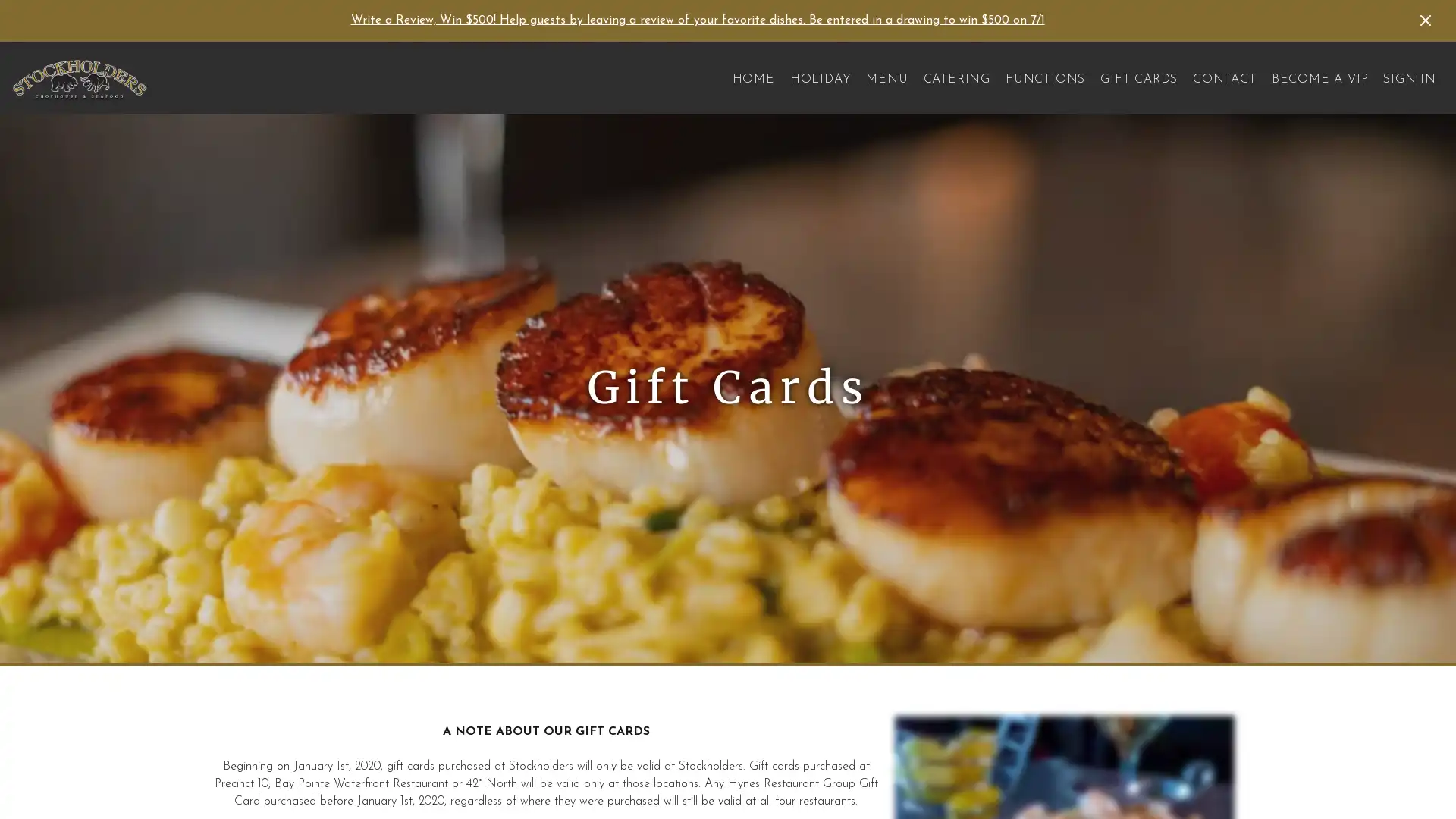 This screenshot has height=819, width=1456. What do you see at coordinates (1408, 79) in the screenshot?
I see `SIGN IN` at bounding box center [1408, 79].